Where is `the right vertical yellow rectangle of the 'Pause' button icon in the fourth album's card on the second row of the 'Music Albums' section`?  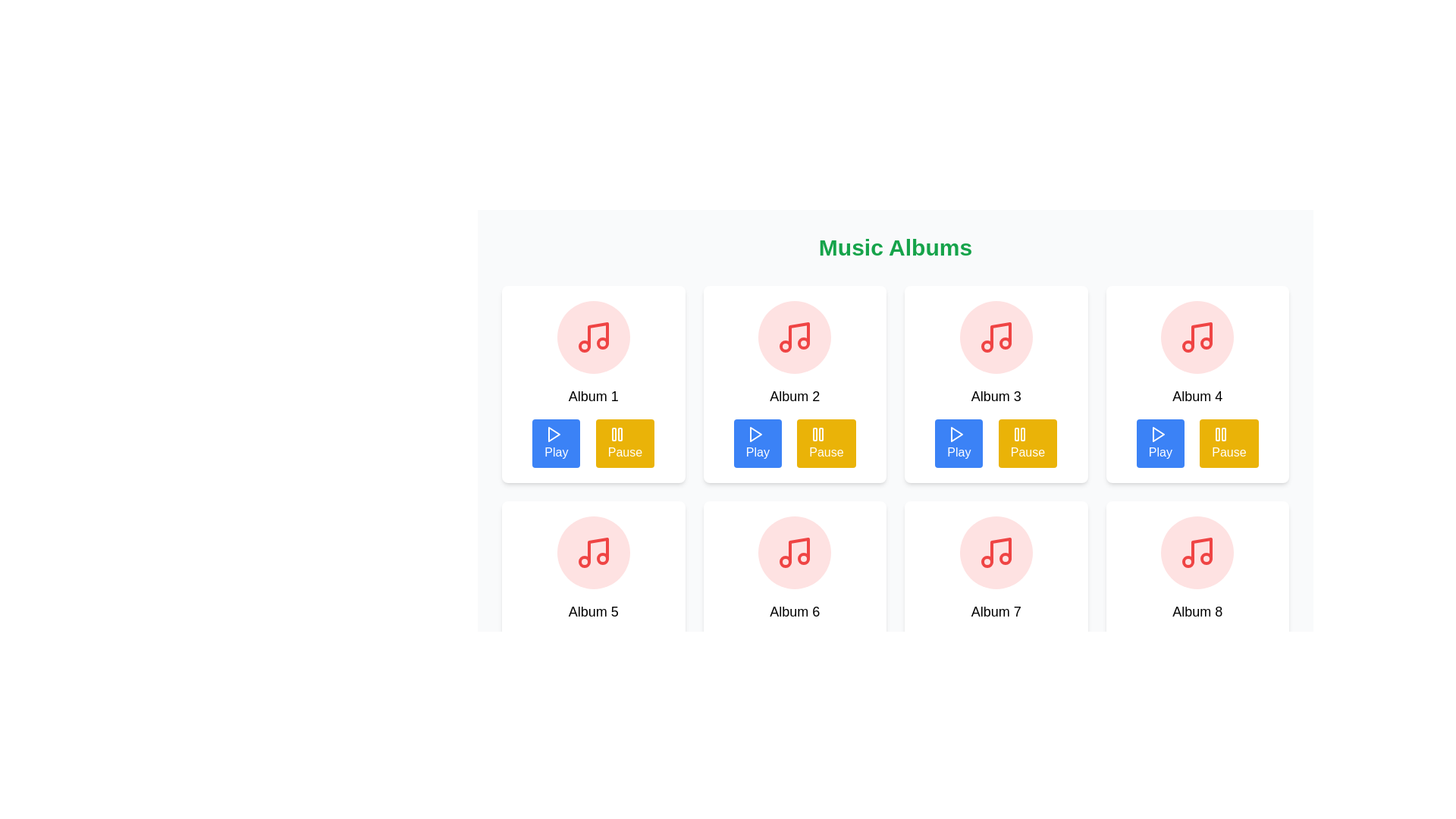
the right vertical yellow rectangle of the 'Pause' button icon in the fourth album's card on the second row of the 'Music Albums' section is located at coordinates (1224, 435).